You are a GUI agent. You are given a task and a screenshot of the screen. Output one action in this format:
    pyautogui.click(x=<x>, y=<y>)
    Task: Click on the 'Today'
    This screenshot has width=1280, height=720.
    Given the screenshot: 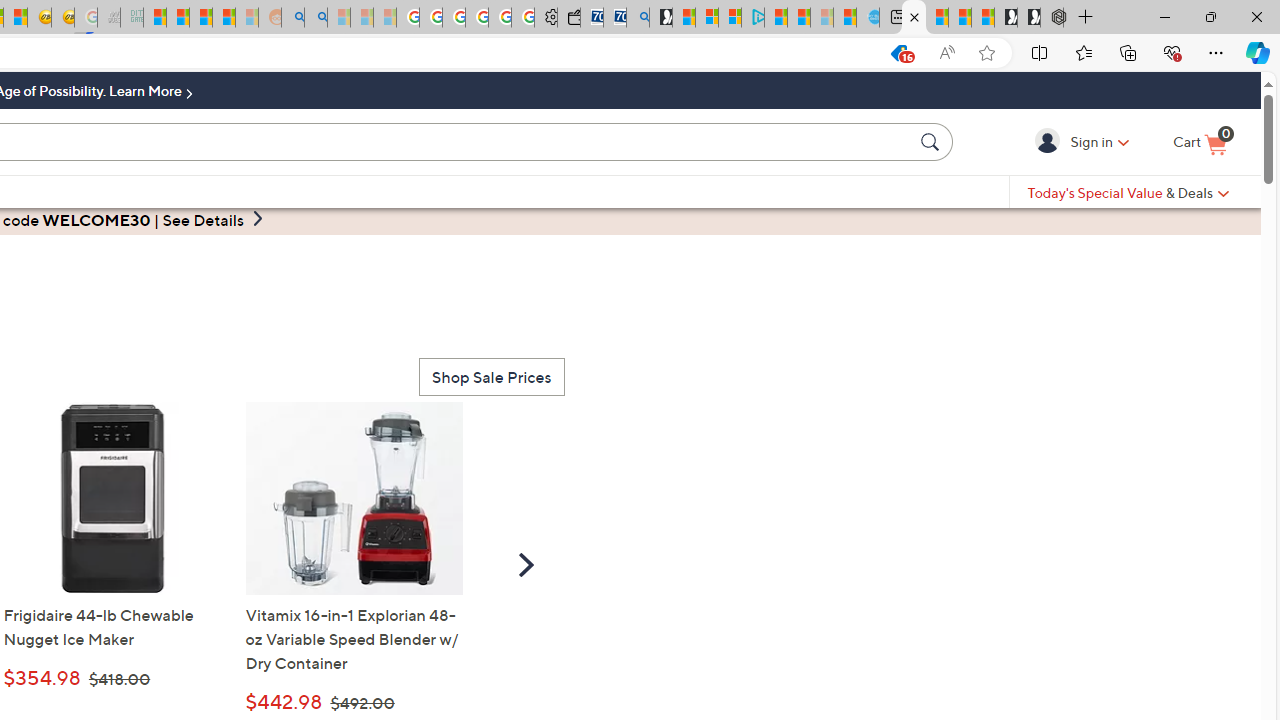 What is the action you would take?
    pyautogui.click(x=1128, y=192)
    